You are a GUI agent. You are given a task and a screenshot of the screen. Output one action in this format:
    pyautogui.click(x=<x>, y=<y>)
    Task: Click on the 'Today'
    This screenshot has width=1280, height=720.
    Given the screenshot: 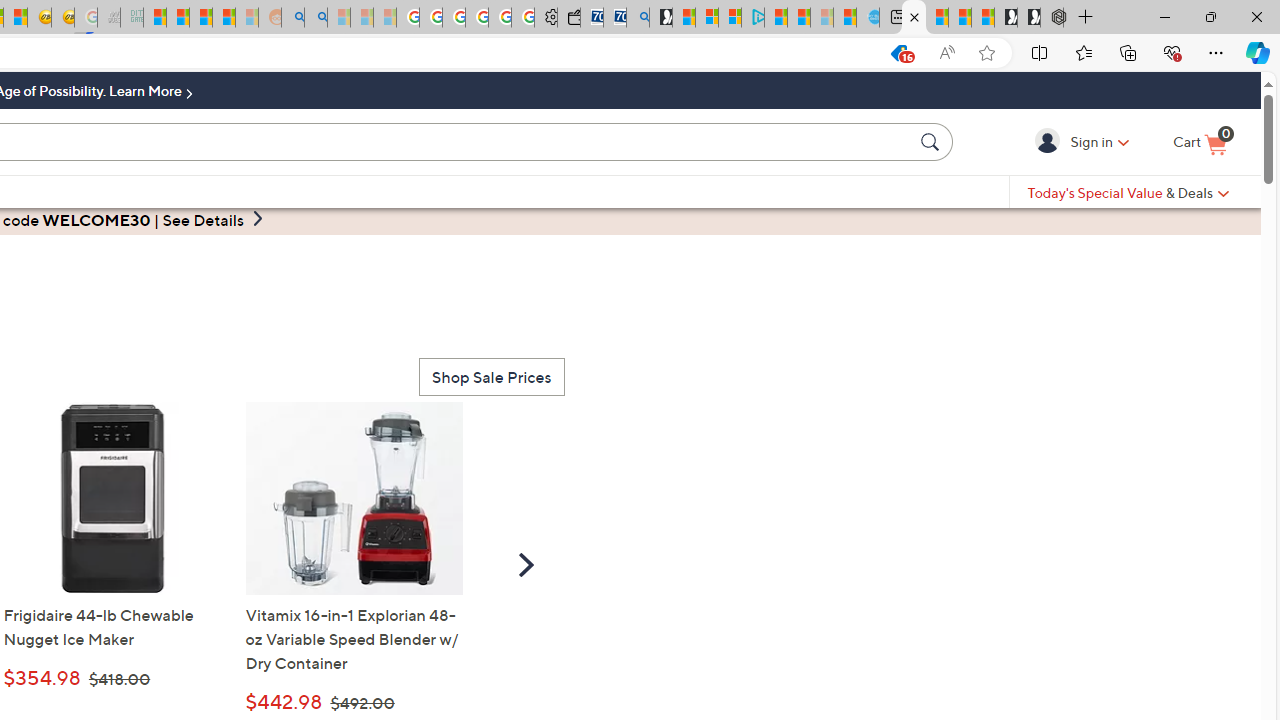 What is the action you would take?
    pyautogui.click(x=1128, y=192)
    